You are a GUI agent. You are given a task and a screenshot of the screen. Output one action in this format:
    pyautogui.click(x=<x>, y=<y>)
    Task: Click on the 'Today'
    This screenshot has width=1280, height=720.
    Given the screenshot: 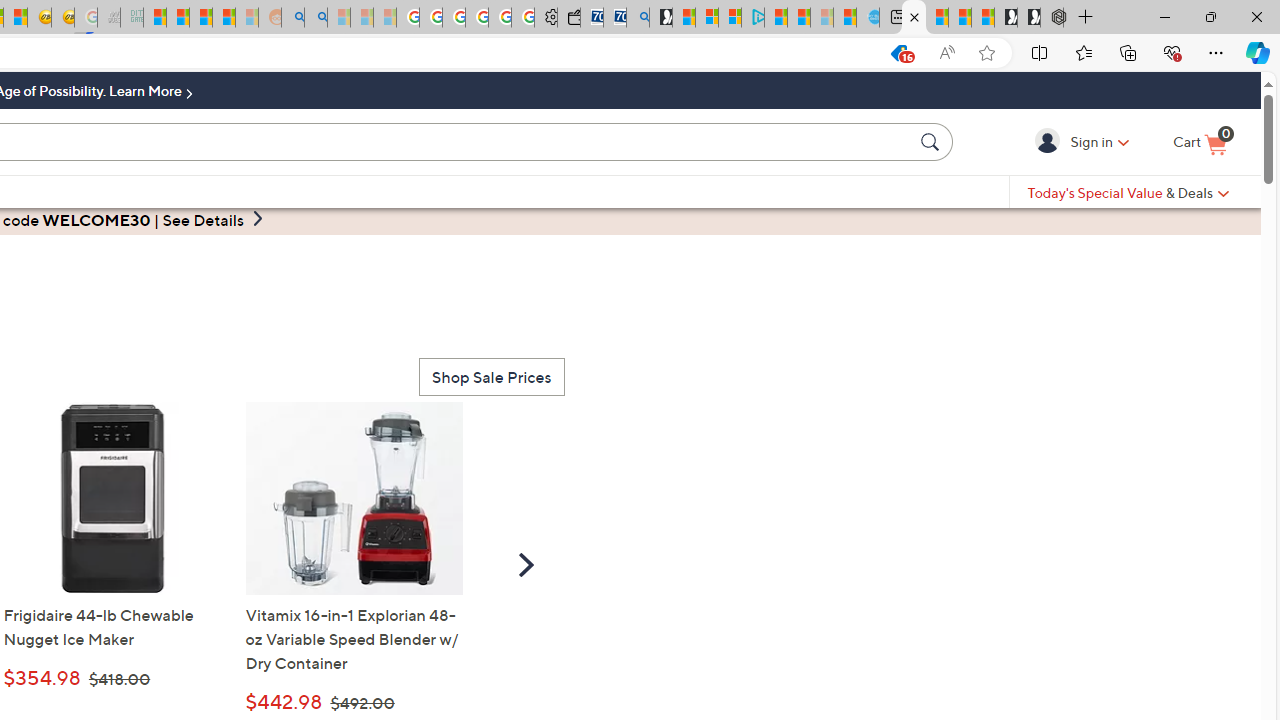 What is the action you would take?
    pyautogui.click(x=1128, y=192)
    